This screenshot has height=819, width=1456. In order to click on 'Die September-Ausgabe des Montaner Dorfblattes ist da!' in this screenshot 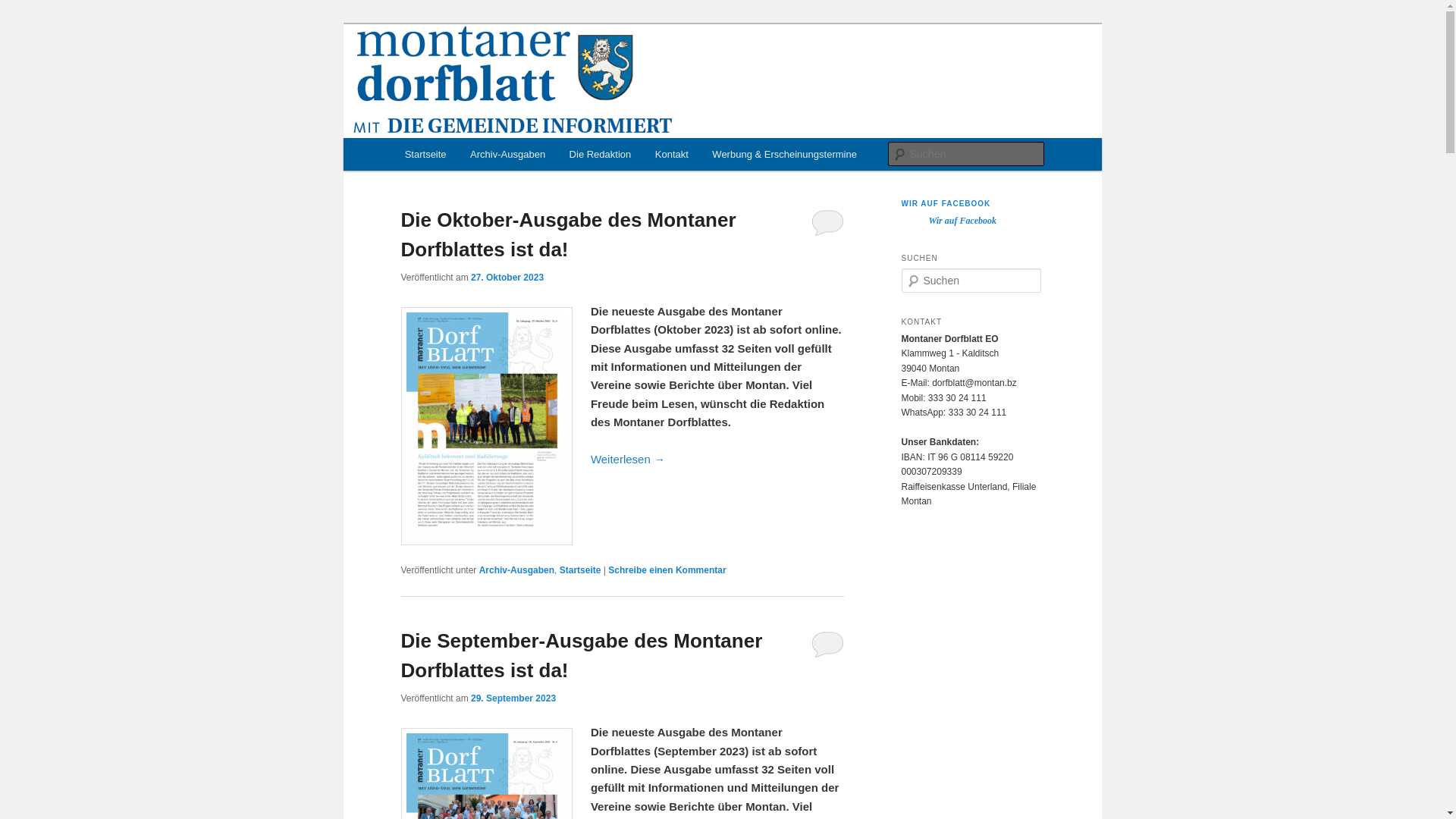, I will do `click(580, 654)`.